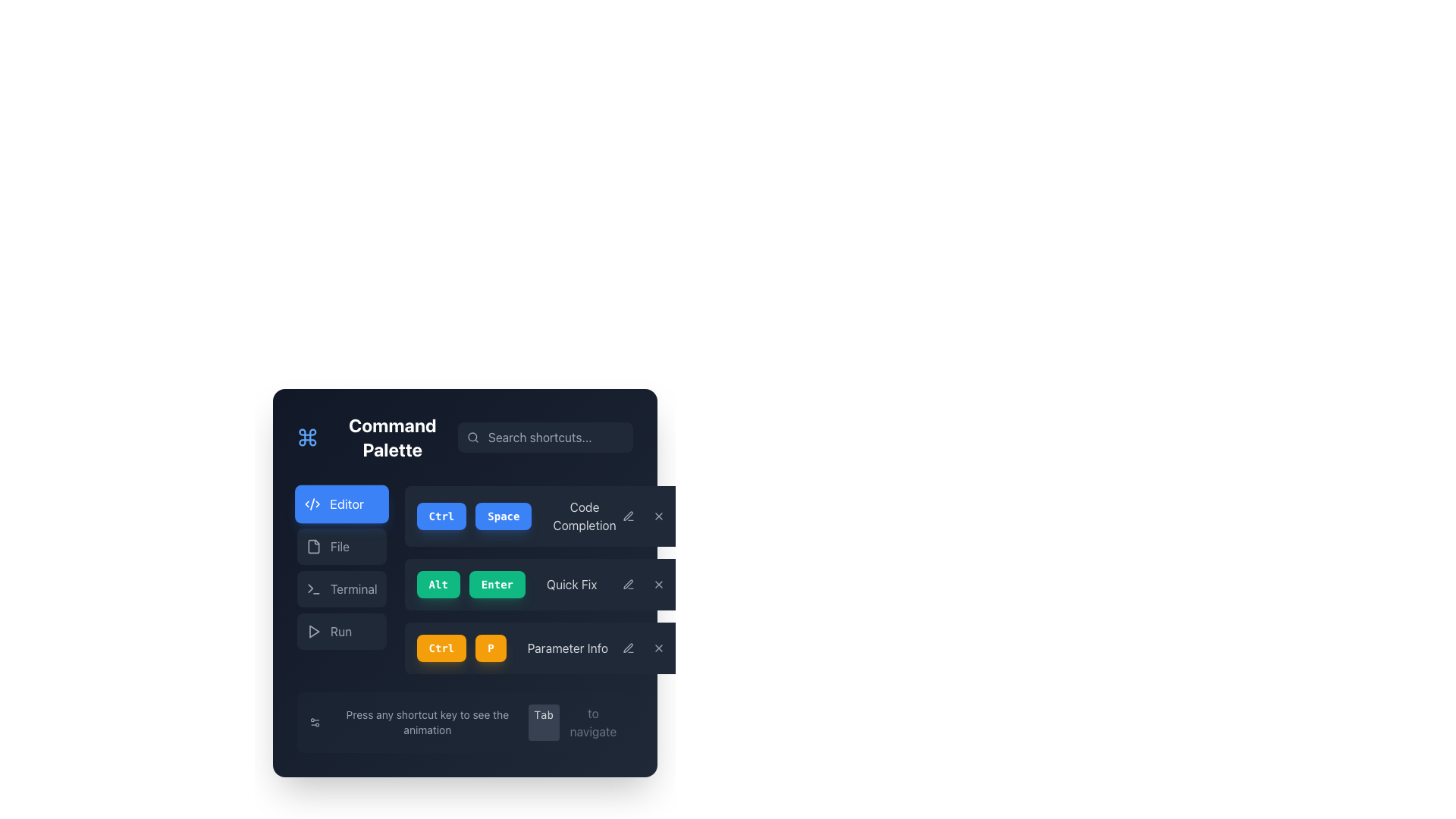  What do you see at coordinates (314, 721) in the screenshot?
I see `the settings icon located under the text 'Press any shortcut key to see the animation' in the dark rectangular section` at bounding box center [314, 721].